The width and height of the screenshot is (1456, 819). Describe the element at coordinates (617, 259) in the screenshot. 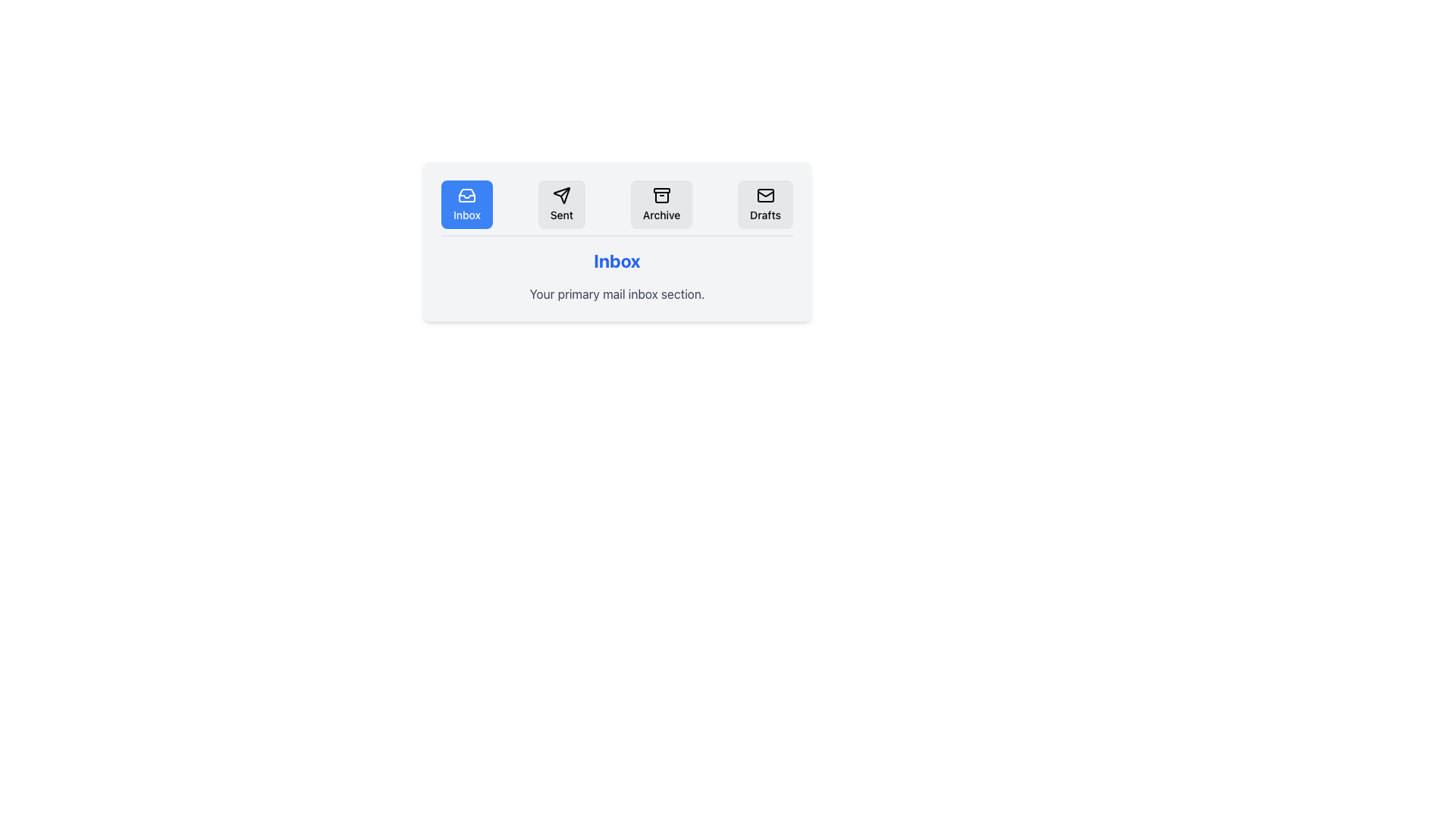

I see `the bold blue text label reading 'Inbox', which is styled with a large font size and is centrally located beneath the tab-like sections` at that location.